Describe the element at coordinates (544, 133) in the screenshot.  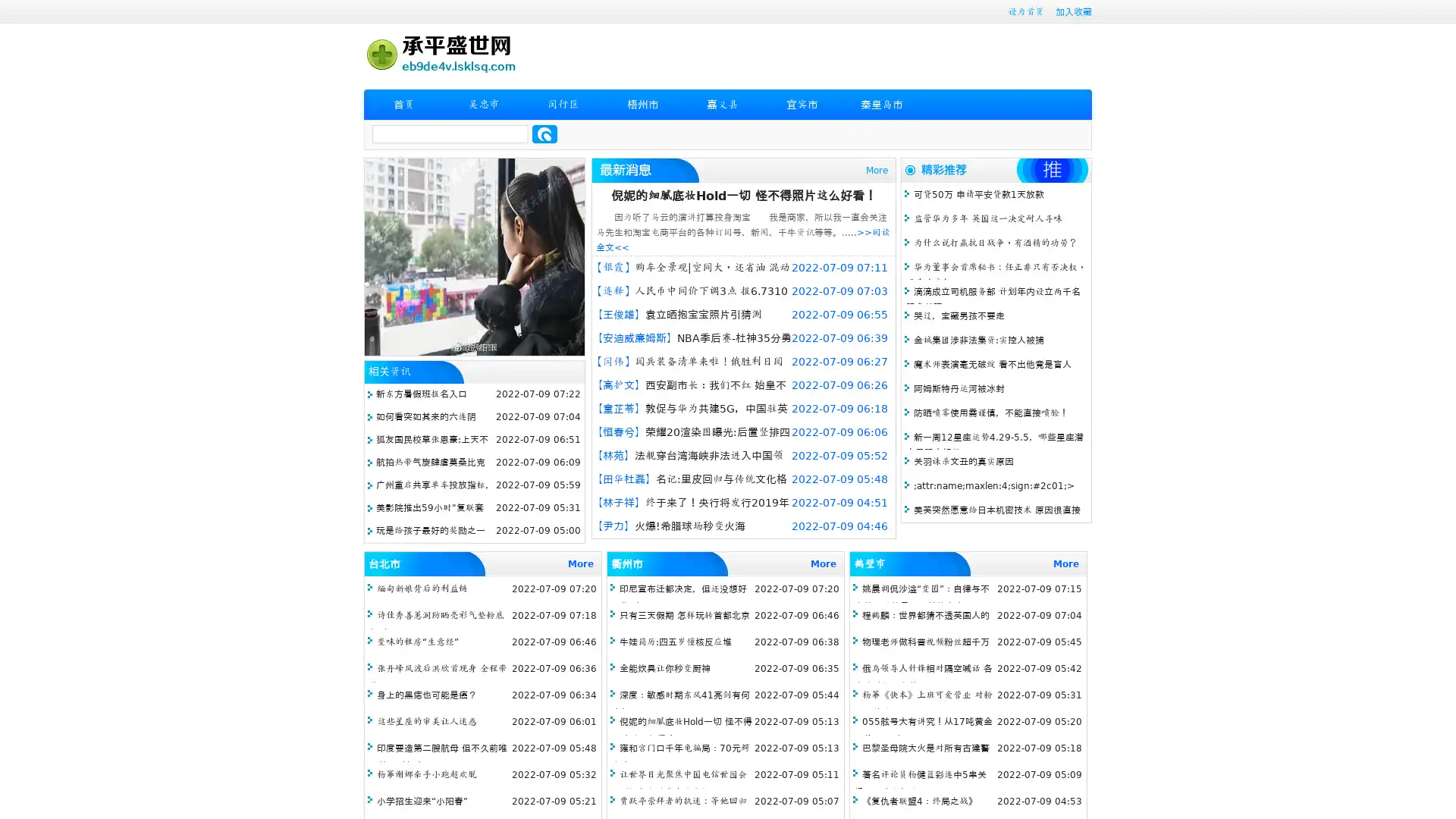
I see `Search` at that location.